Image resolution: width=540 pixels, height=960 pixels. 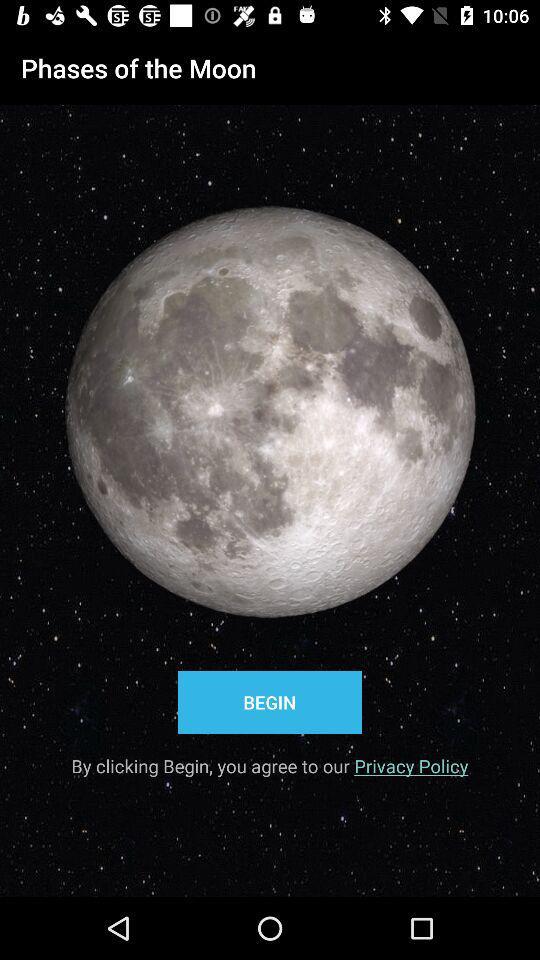 I want to click on by clicking begin, so click(x=269, y=758).